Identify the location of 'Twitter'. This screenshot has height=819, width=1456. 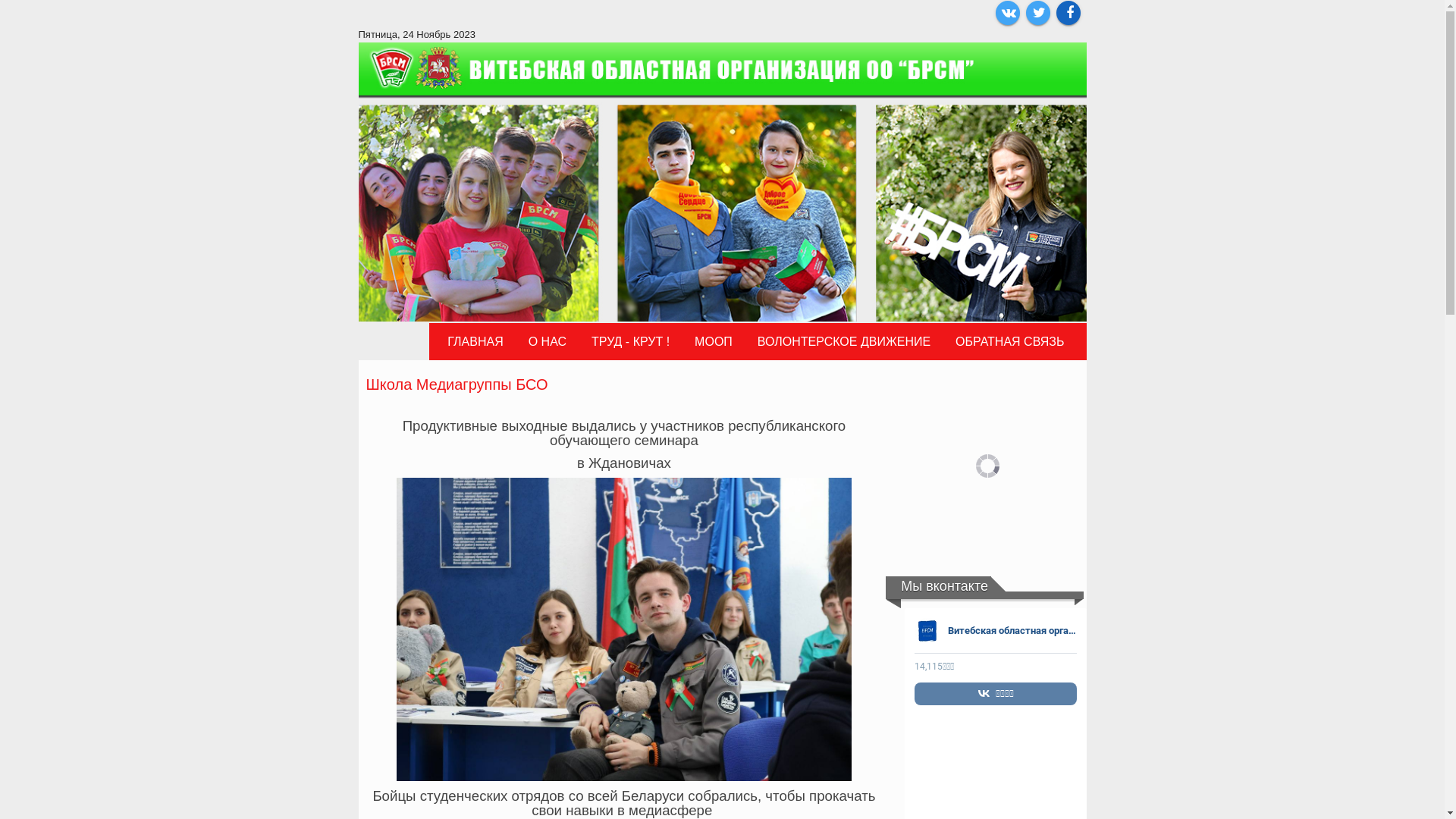
(1025, 12).